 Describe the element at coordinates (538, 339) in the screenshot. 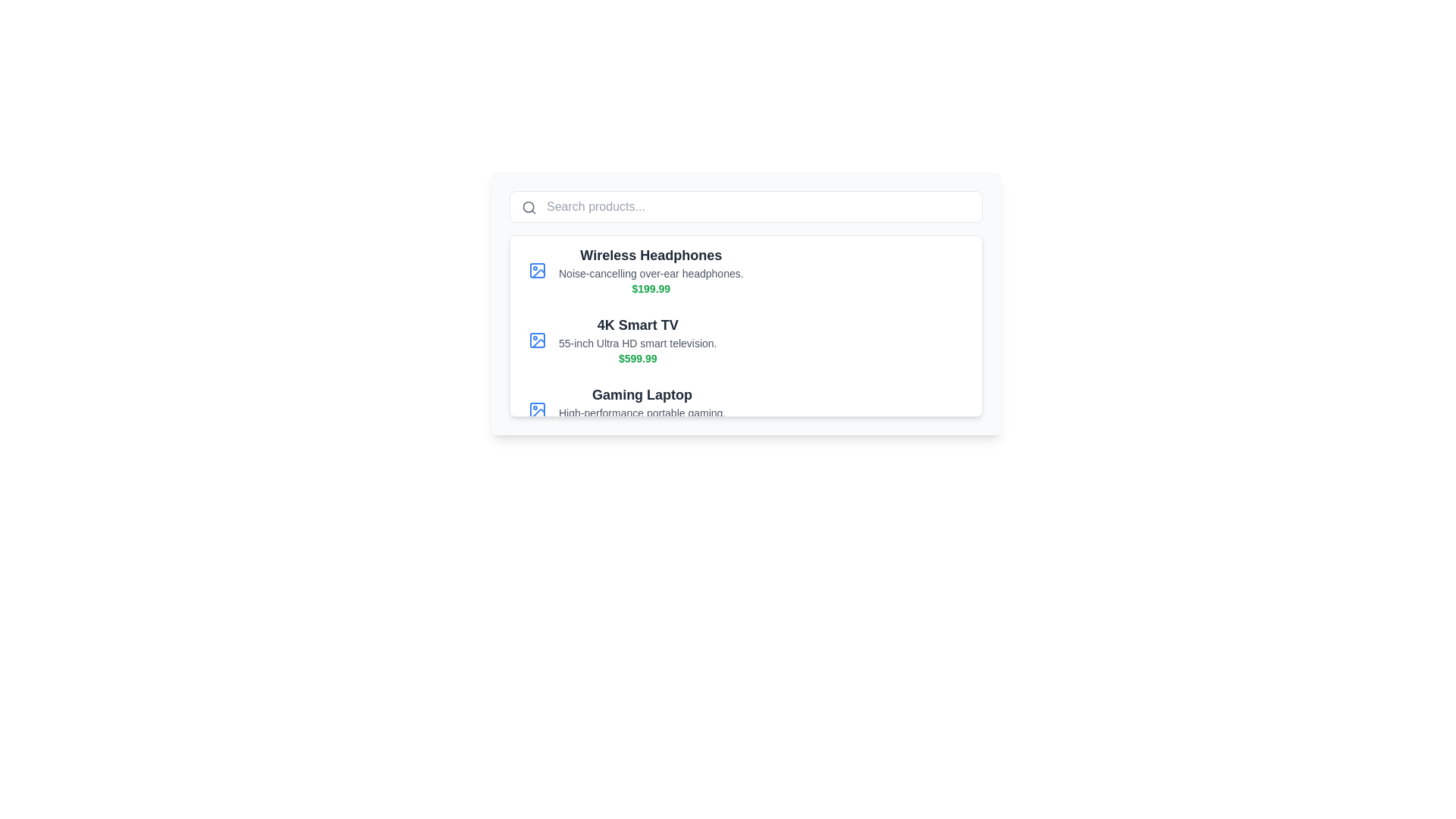

I see `properties of the graphical icon component, which is a rounded rectangle or square with a solid border, located near the top-left section of the icon adjacent to the '4K Smart TV' text` at that location.